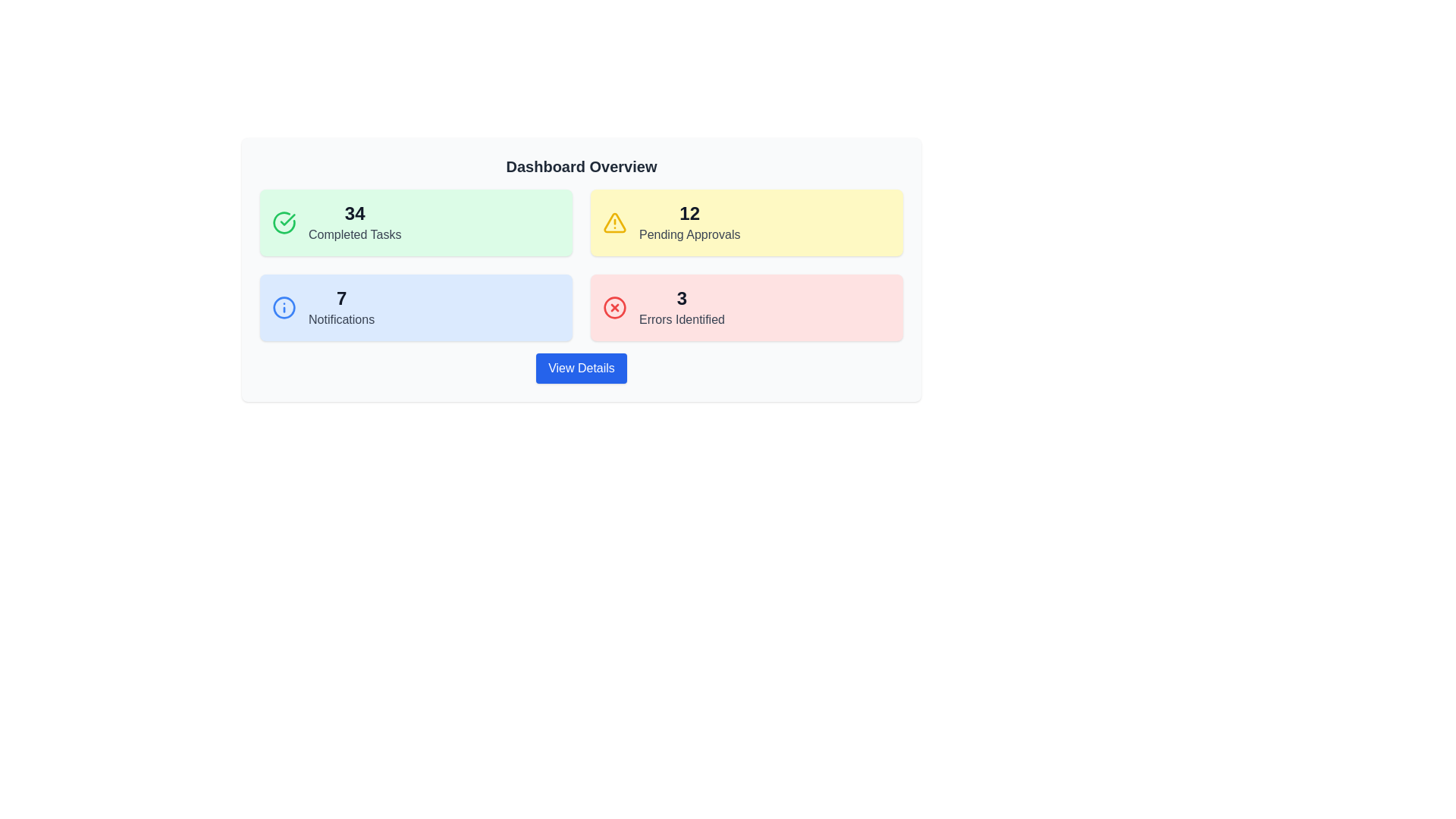  I want to click on the Information Card displaying '12 Pending Approvals' with a yellow background, located in the second position of the top row, so click(746, 222).